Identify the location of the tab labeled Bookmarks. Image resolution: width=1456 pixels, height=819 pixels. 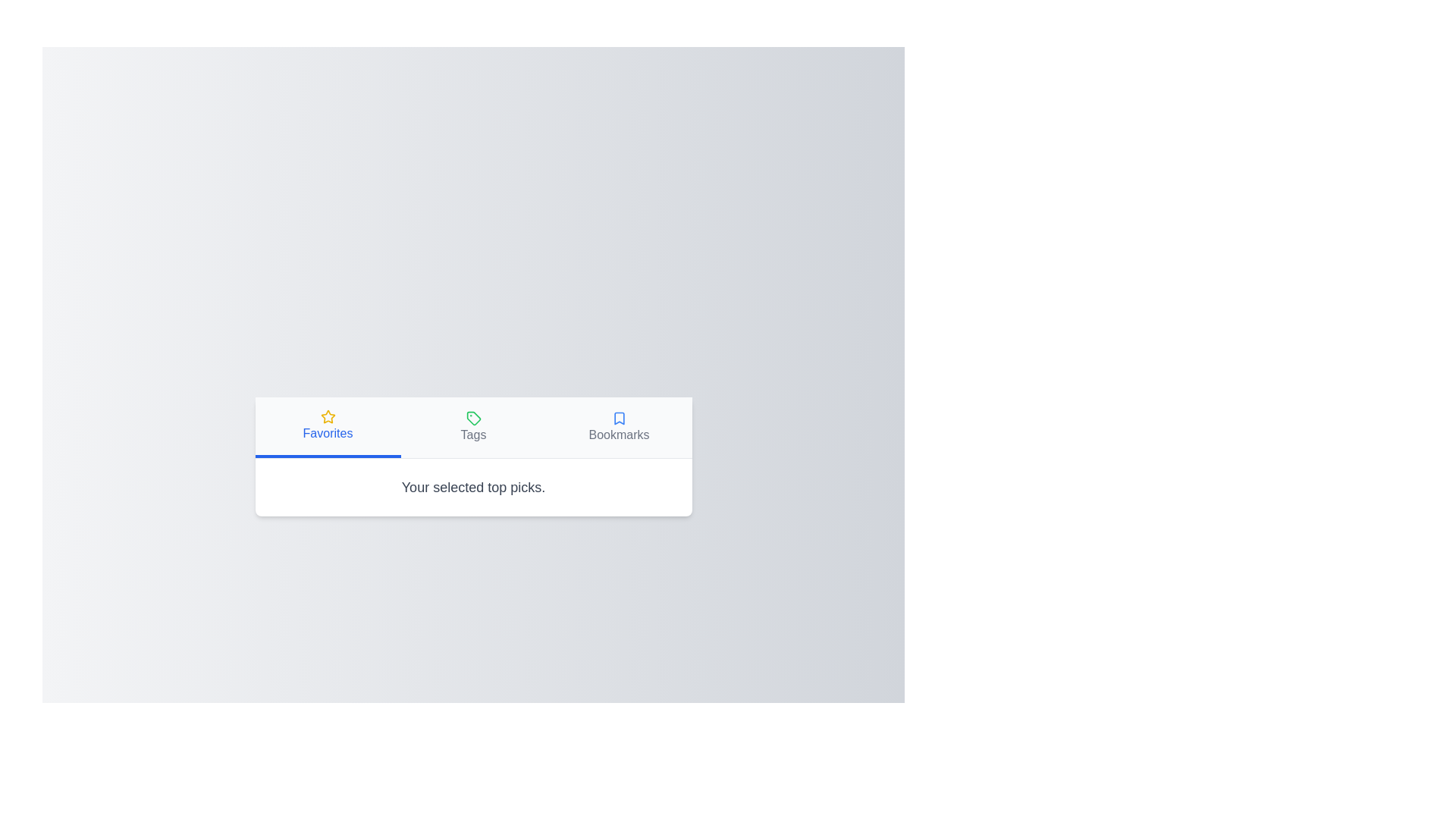
(619, 427).